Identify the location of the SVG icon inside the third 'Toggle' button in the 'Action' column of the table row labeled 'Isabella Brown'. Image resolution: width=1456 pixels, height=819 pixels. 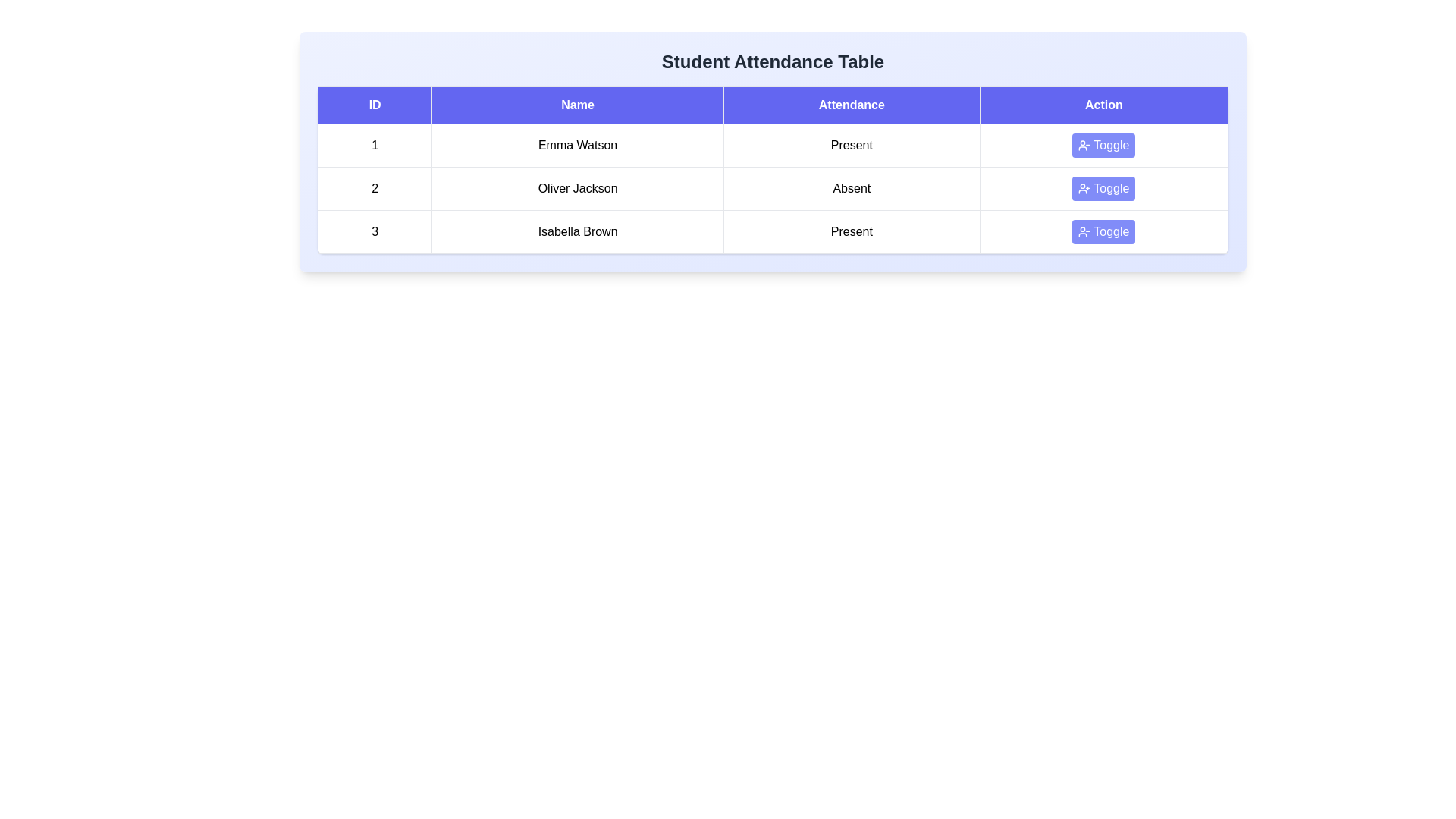
(1084, 231).